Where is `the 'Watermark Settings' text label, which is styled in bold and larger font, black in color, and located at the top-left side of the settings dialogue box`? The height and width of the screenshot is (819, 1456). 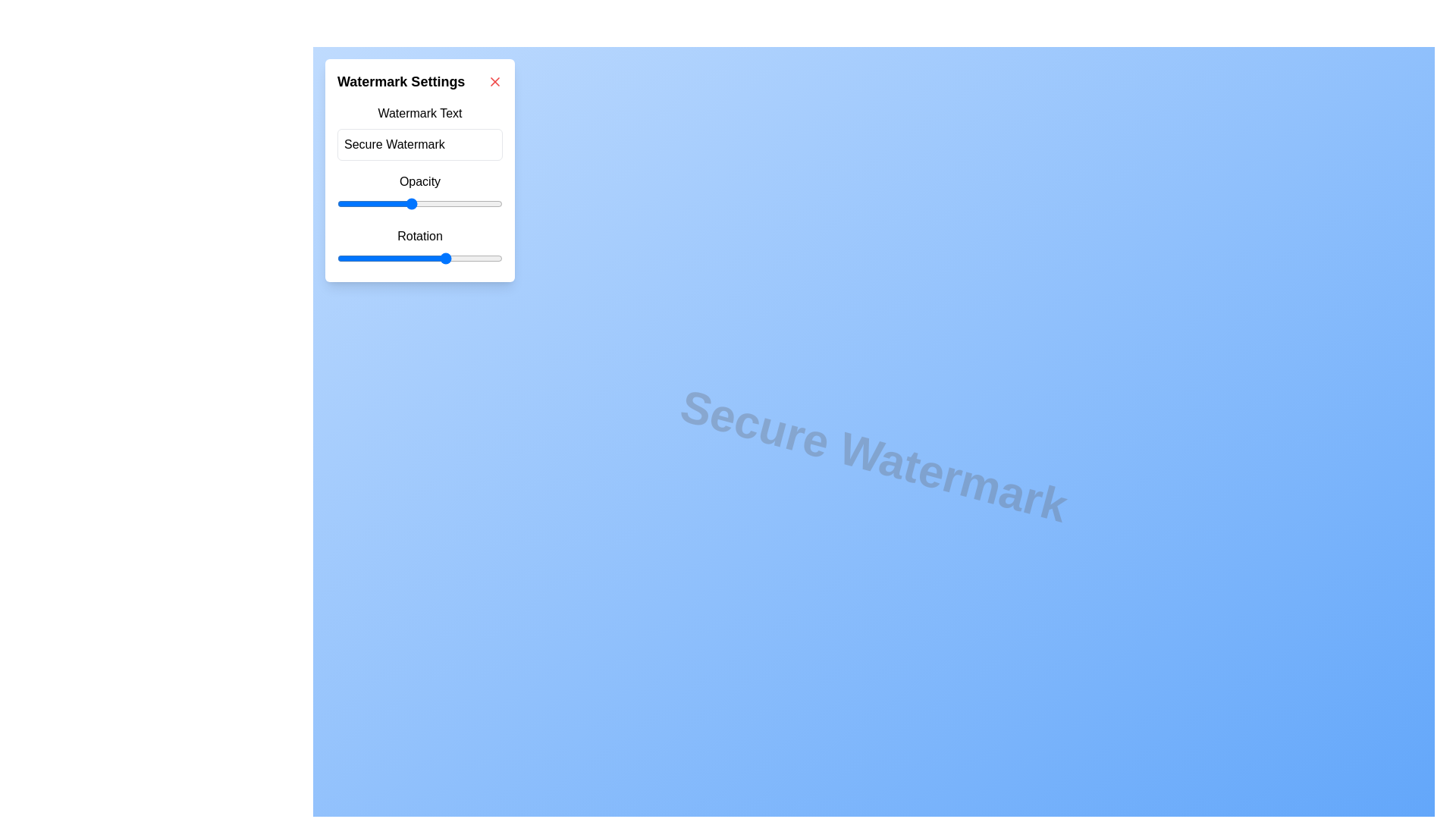 the 'Watermark Settings' text label, which is styled in bold and larger font, black in color, and located at the top-left side of the settings dialogue box is located at coordinates (401, 82).